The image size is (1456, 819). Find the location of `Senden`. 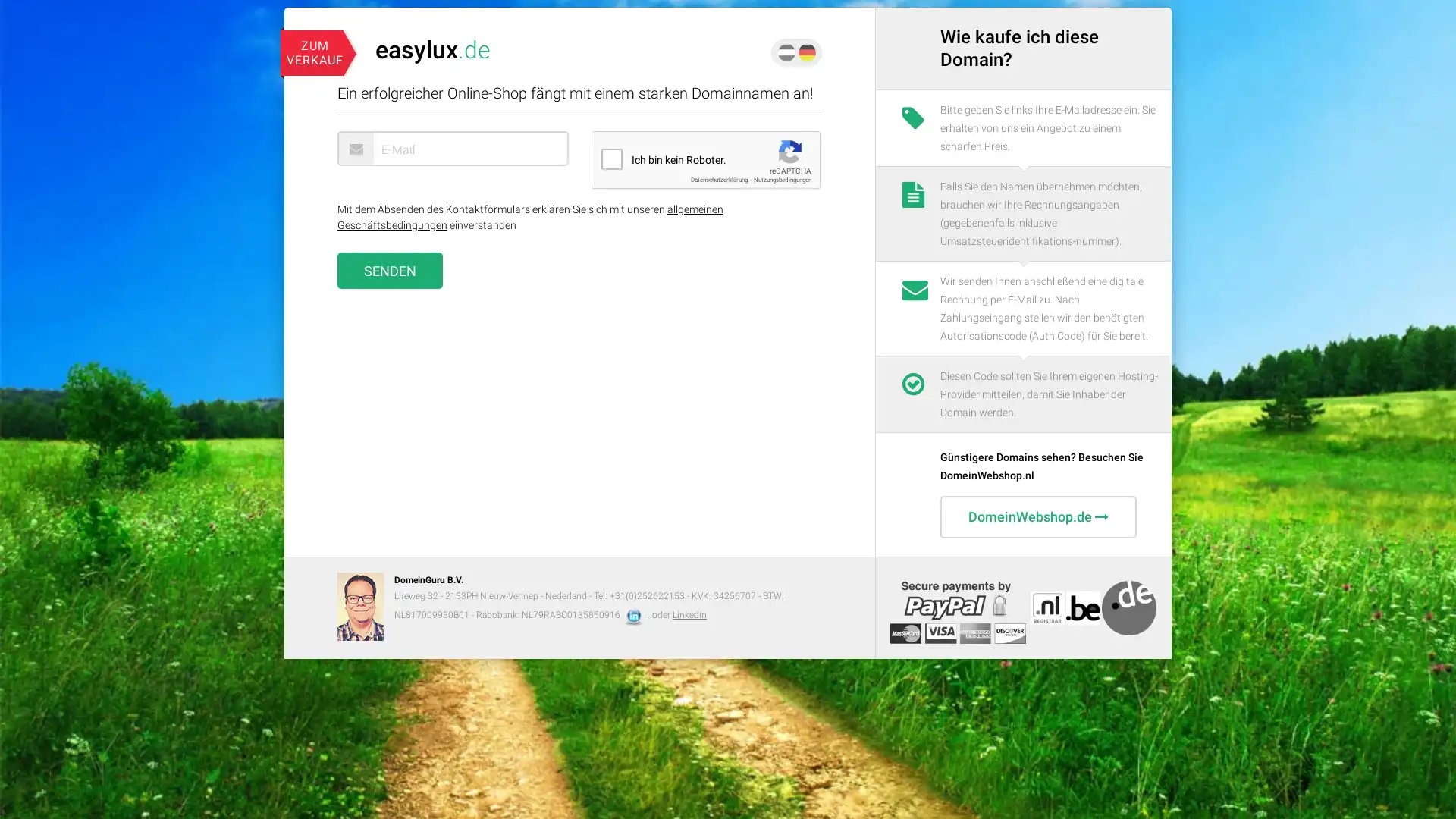

Senden is located at coordinates (390, 270).